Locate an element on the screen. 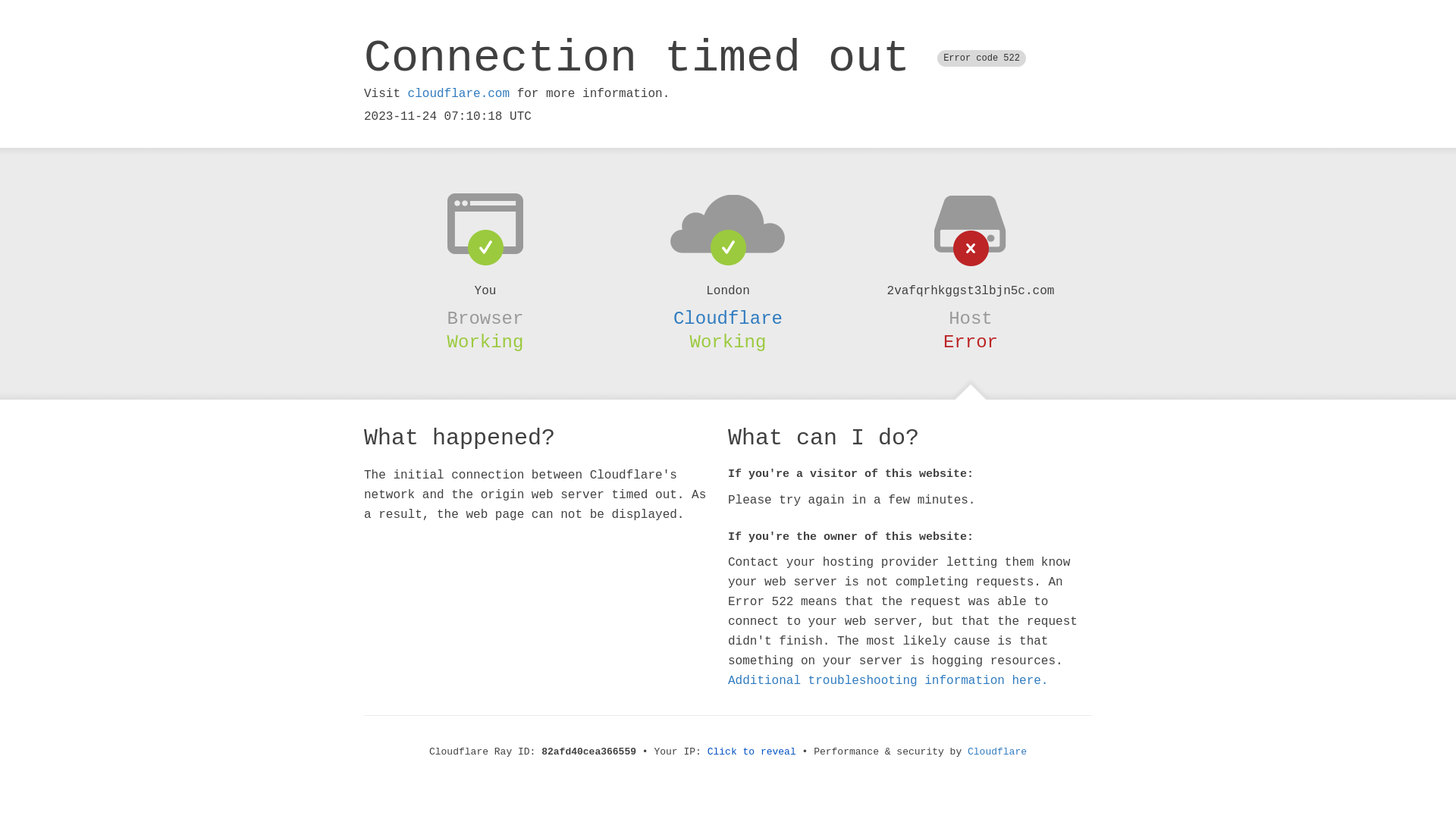 The image size is (1456, 819). 'Additional troubleshooting information here.' is located at coordinates (888, 680).